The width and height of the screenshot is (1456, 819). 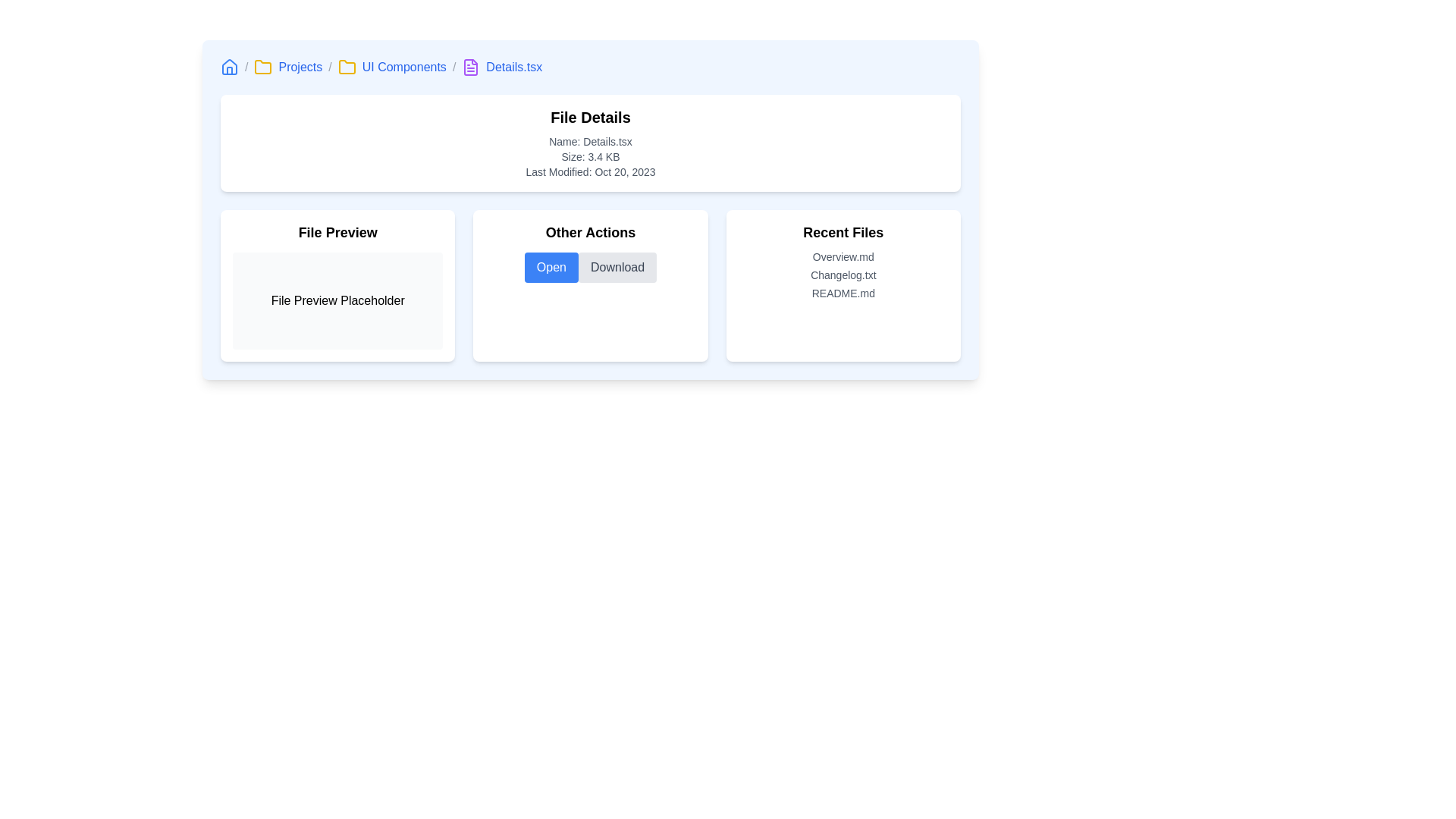 I want to click on the text label displaying the file name 'Overview.md', which is the first item in the 'Recent Files' section, so click(x=843, y=256).